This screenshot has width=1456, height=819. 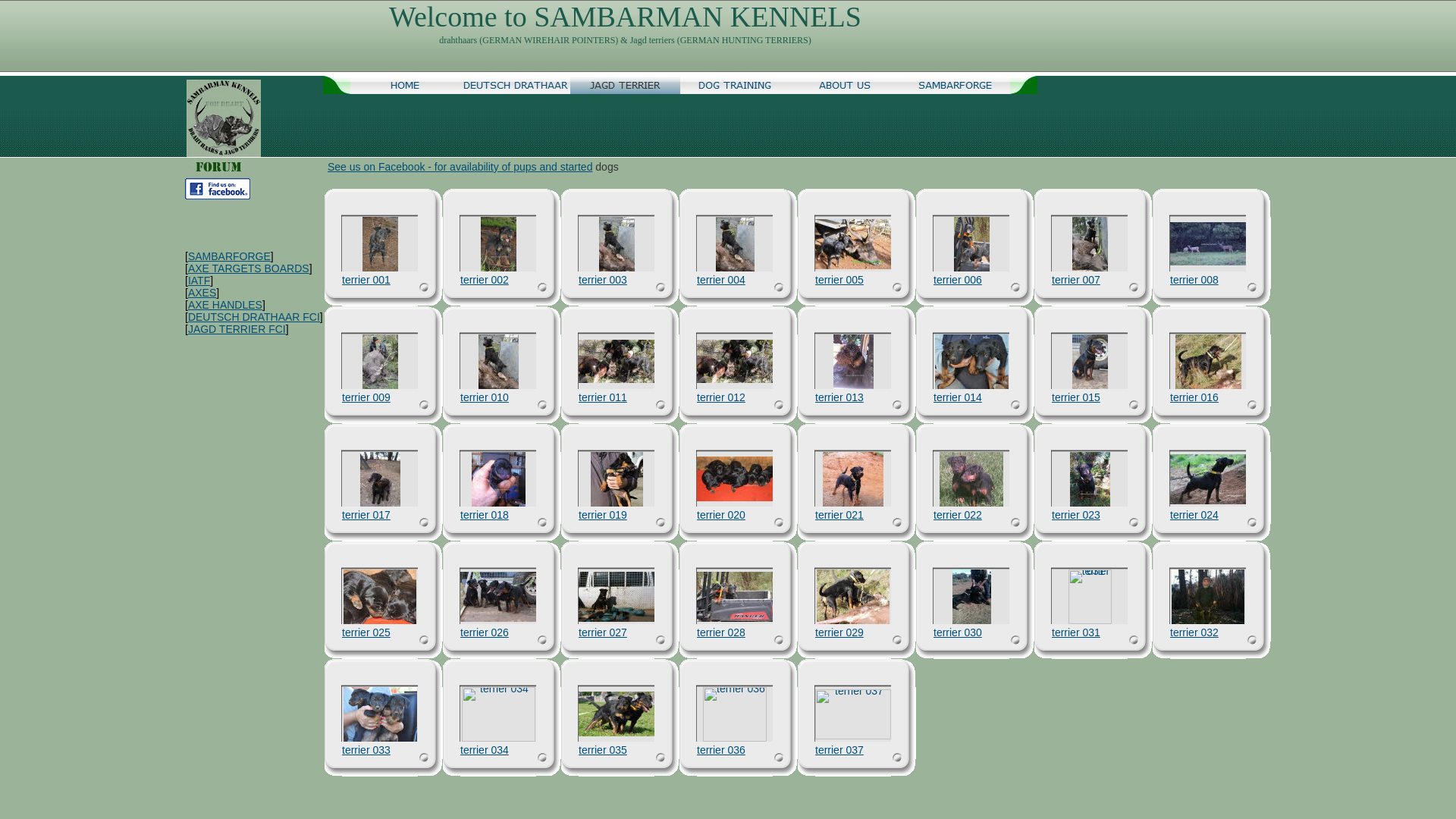 What do you see at coordinates (616, 595) in the screenshot?
I see `'terrier 027'` at bounding box center [616, 595].